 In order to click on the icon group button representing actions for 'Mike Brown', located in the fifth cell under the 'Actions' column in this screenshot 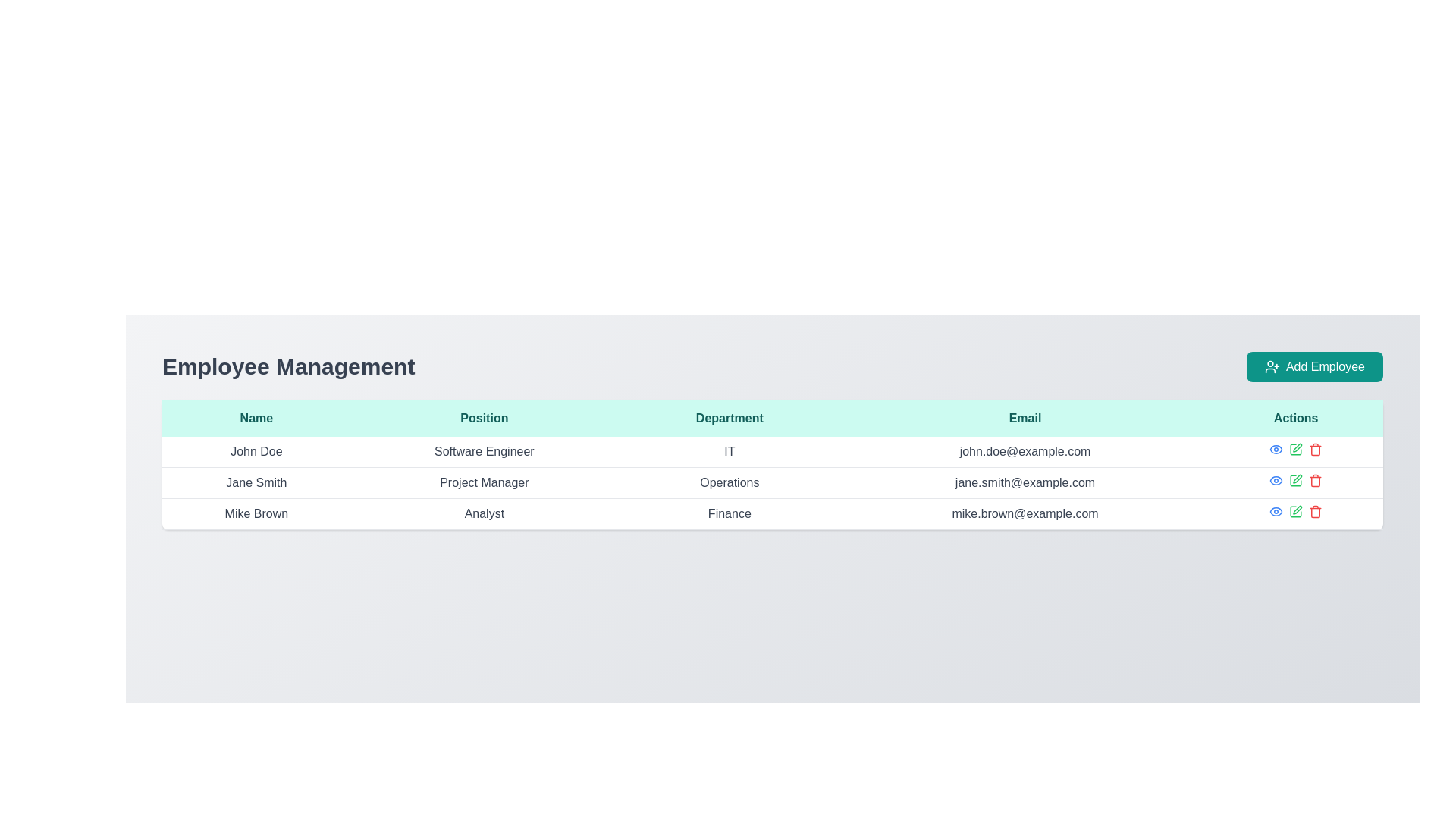, I will do `click(1295, 512)`.